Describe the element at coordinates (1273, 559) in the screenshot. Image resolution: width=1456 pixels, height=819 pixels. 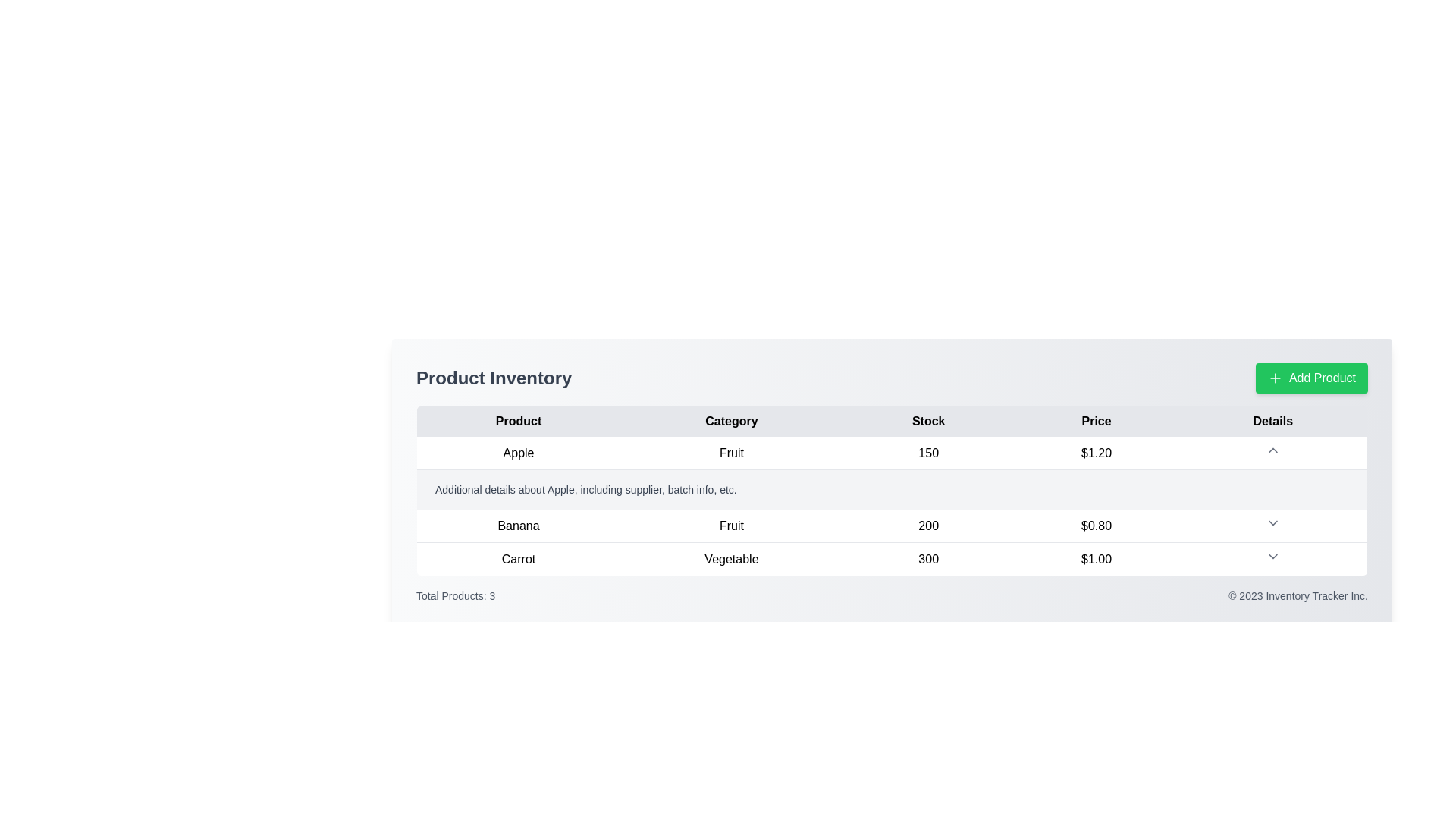
I see `the downward-pointing caret icon in the 'Details' column of the 'Carrot' row` at that location.